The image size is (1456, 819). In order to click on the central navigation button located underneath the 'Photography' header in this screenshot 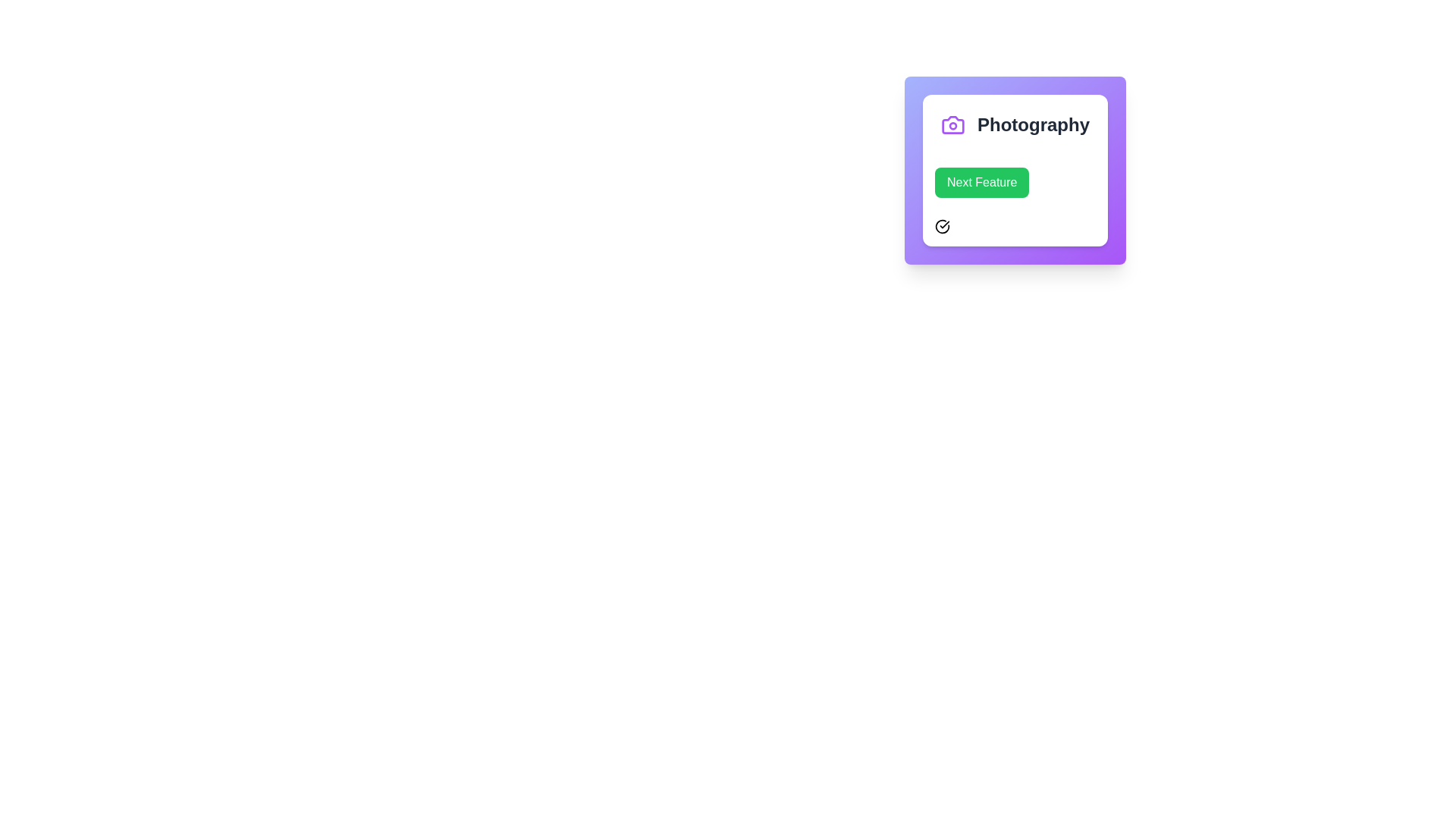, I will do `click(982, 181)`.